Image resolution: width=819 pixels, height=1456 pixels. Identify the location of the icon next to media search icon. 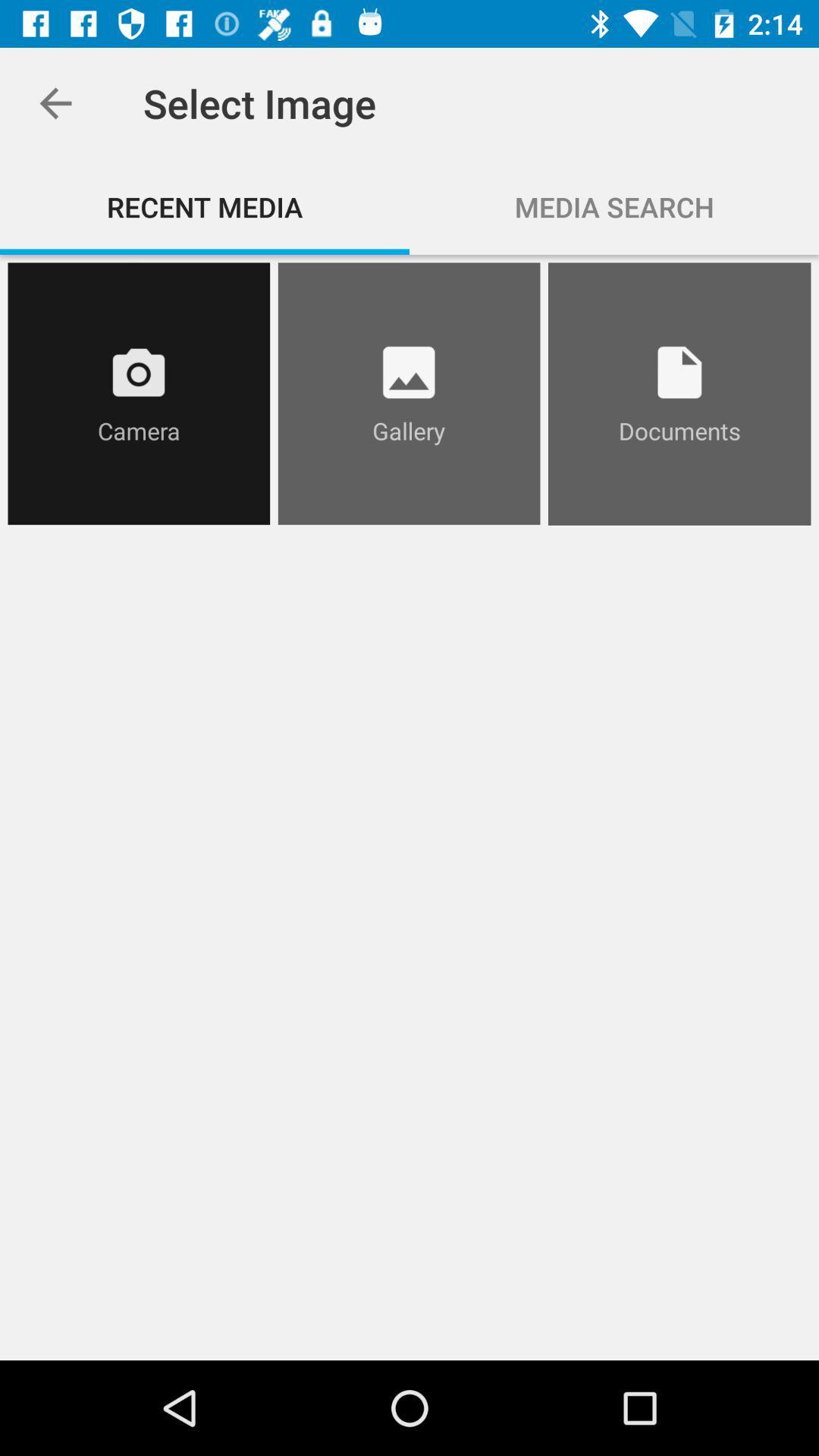
(205, 206).